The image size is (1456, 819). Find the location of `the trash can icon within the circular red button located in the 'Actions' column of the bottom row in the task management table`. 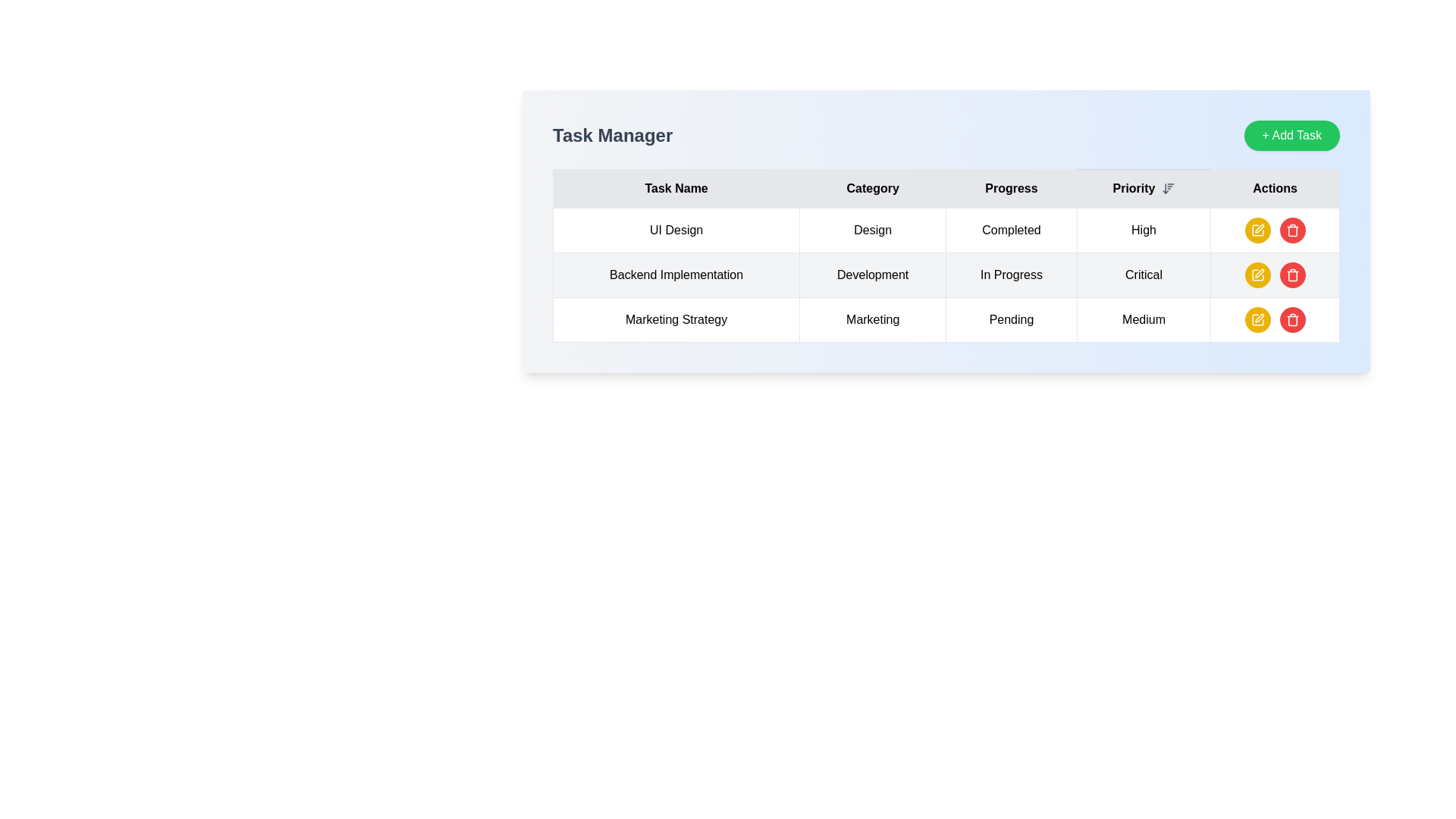

the trash can icon within the circular red button located in the 'Actions' column of the bottom row in the task management table is located at coordinates (1291, 318).